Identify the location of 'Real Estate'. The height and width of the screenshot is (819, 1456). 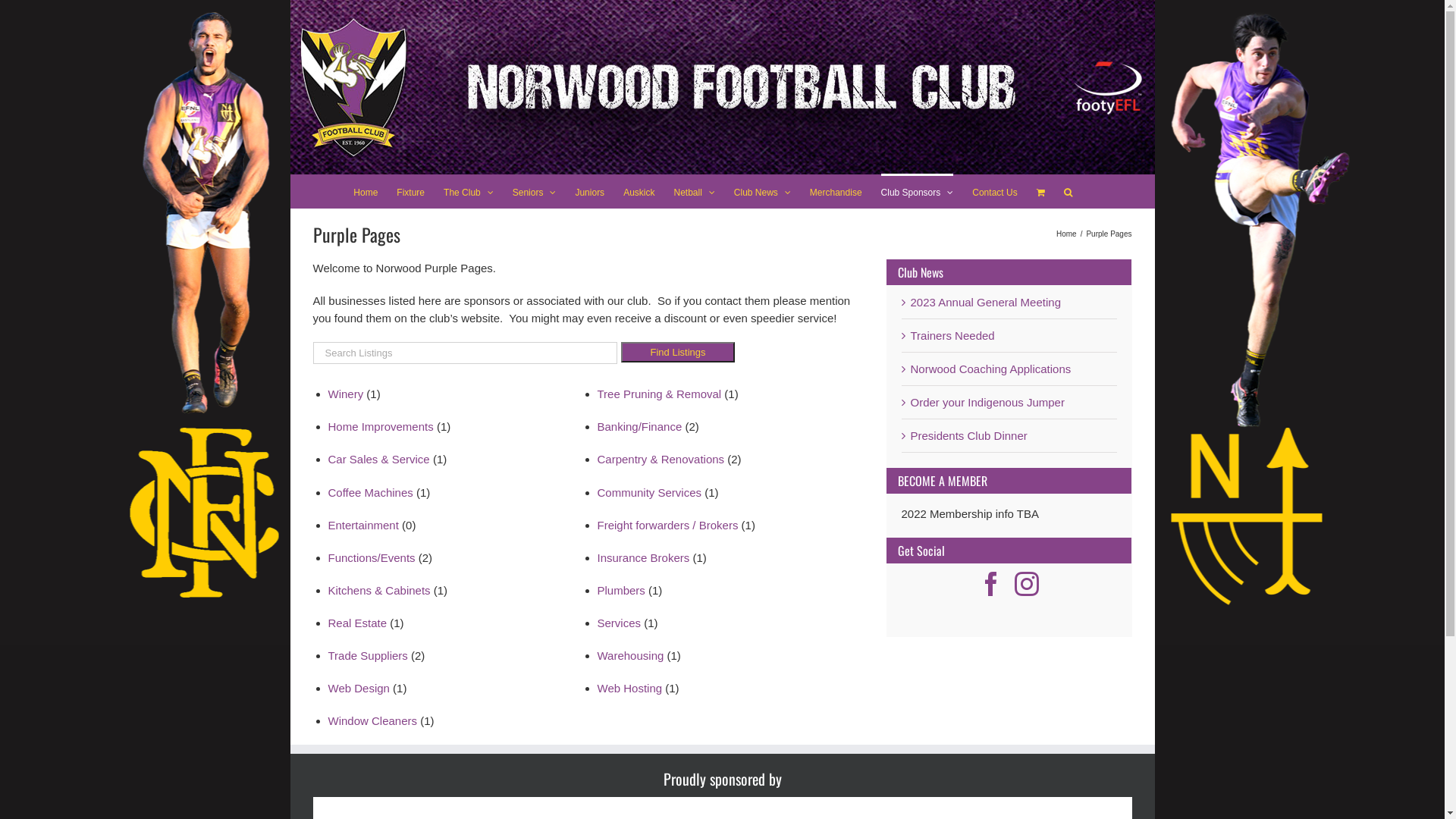
(356, 623).